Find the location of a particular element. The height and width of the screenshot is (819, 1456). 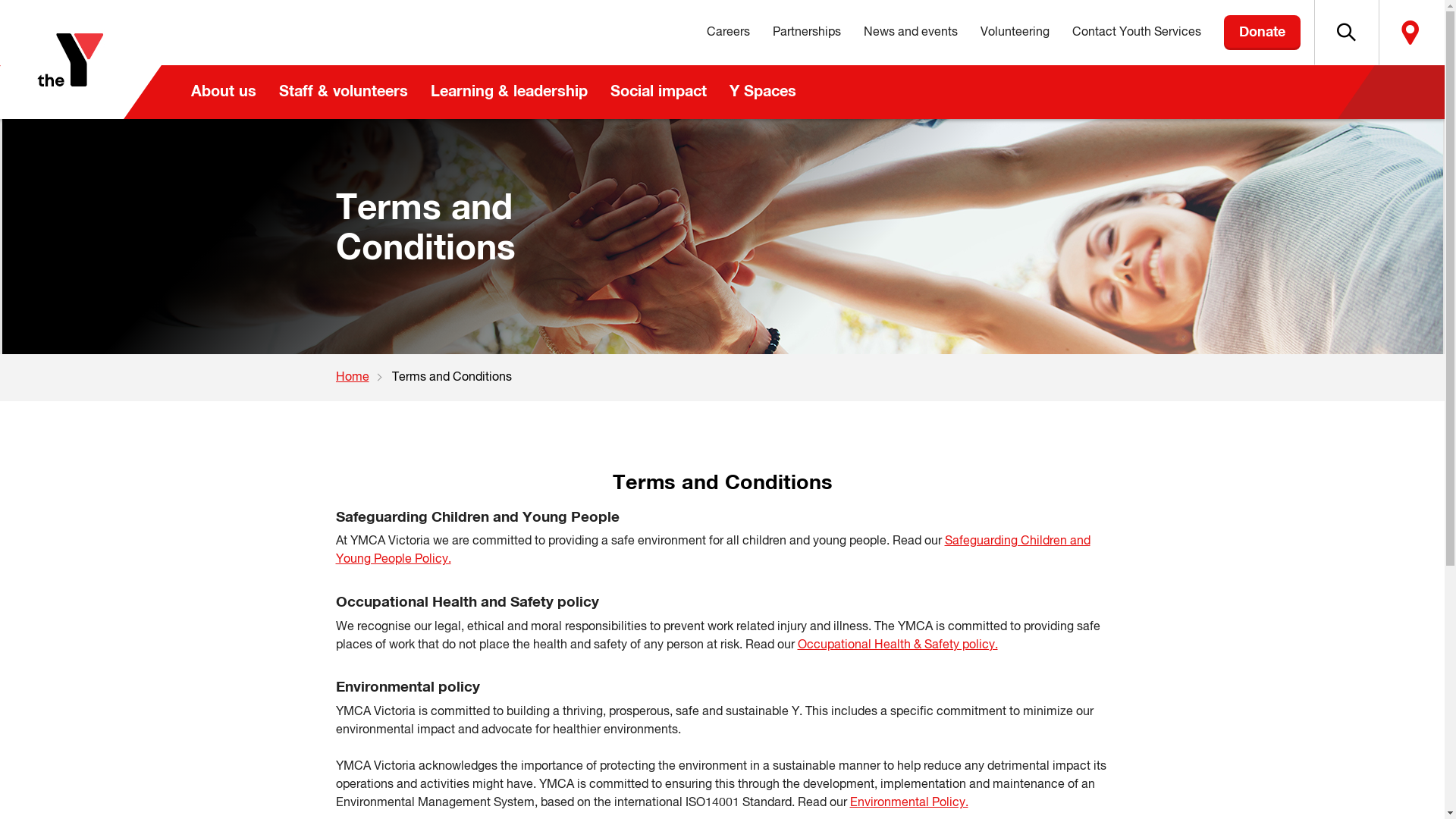

'Partnerships' is located at coordinates (806, 32).